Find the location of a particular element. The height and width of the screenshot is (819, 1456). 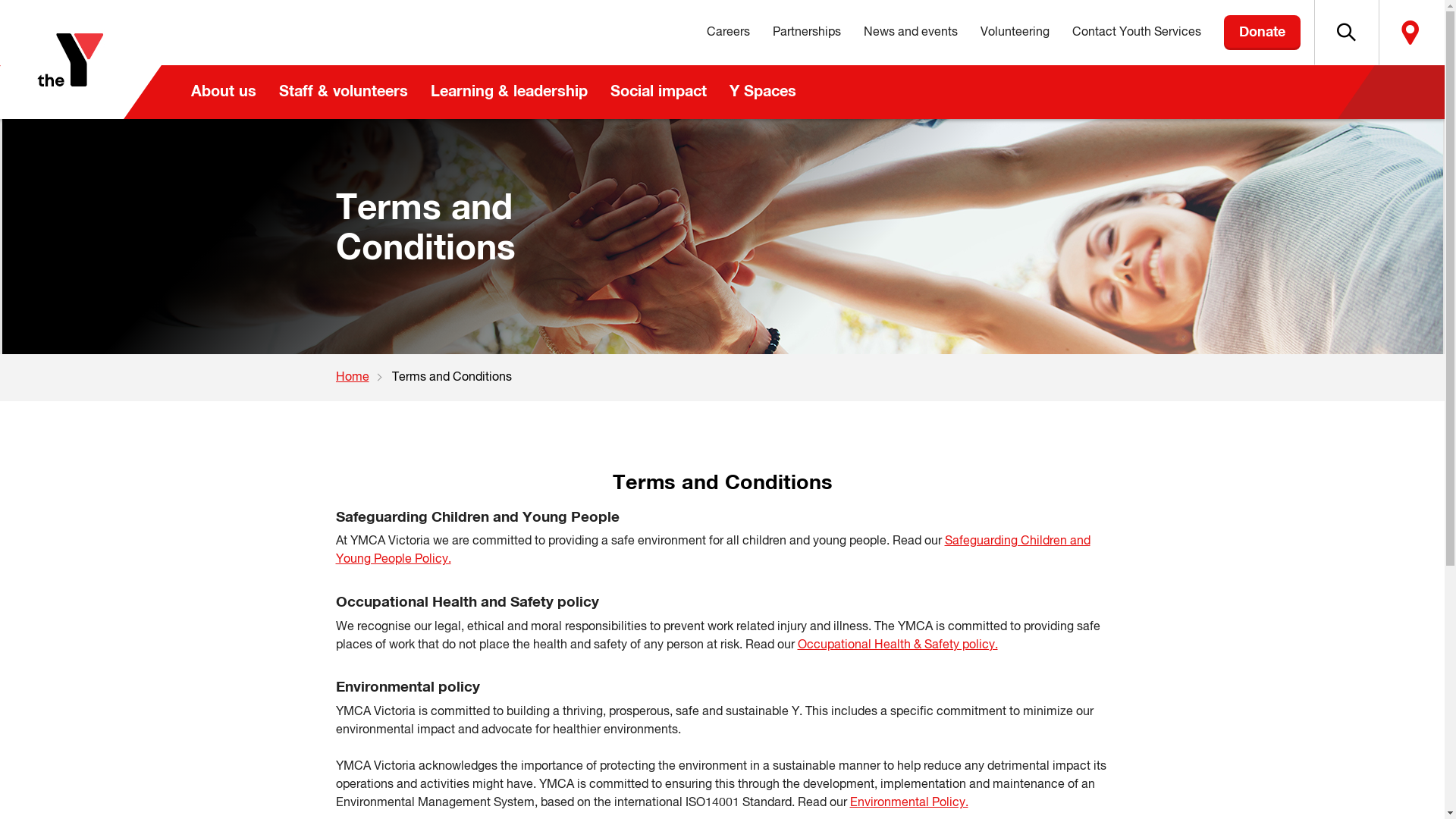

'Partnerships' is located at coordinates (806, 32).